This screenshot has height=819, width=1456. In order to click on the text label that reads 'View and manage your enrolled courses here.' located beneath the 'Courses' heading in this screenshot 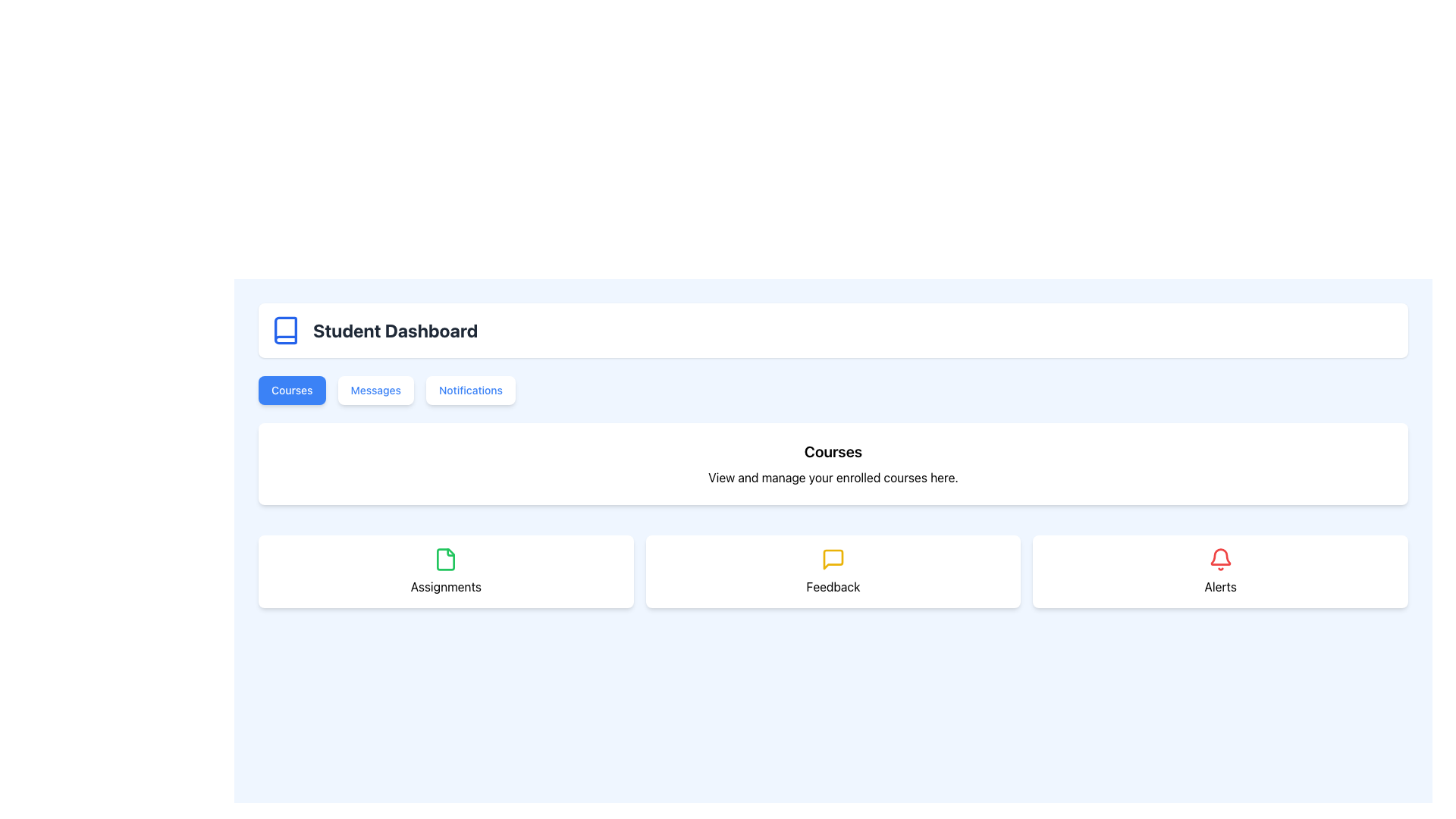, I will do `click(833, 476)`.